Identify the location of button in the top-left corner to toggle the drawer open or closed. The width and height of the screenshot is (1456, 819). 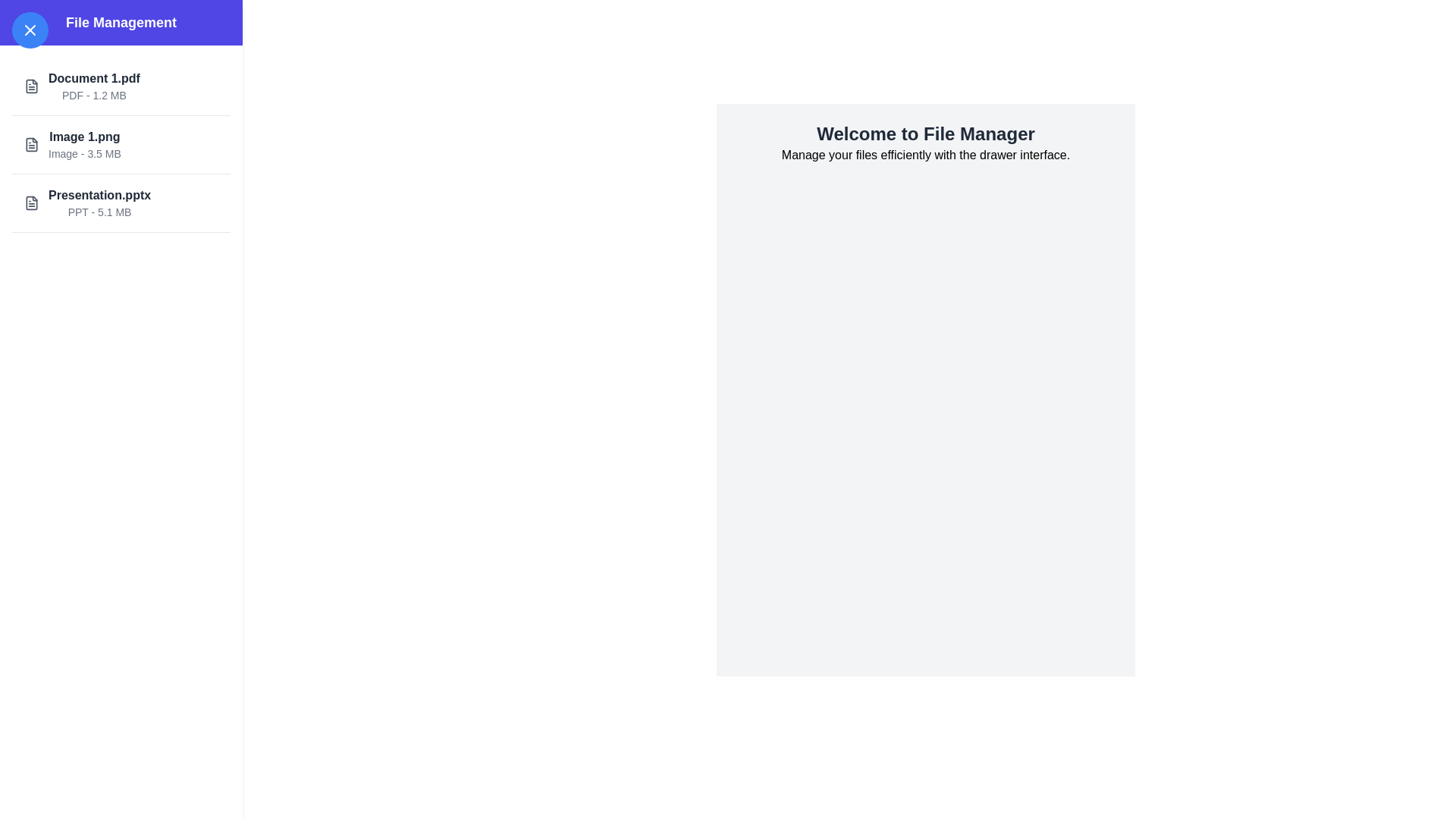
(30, 30).